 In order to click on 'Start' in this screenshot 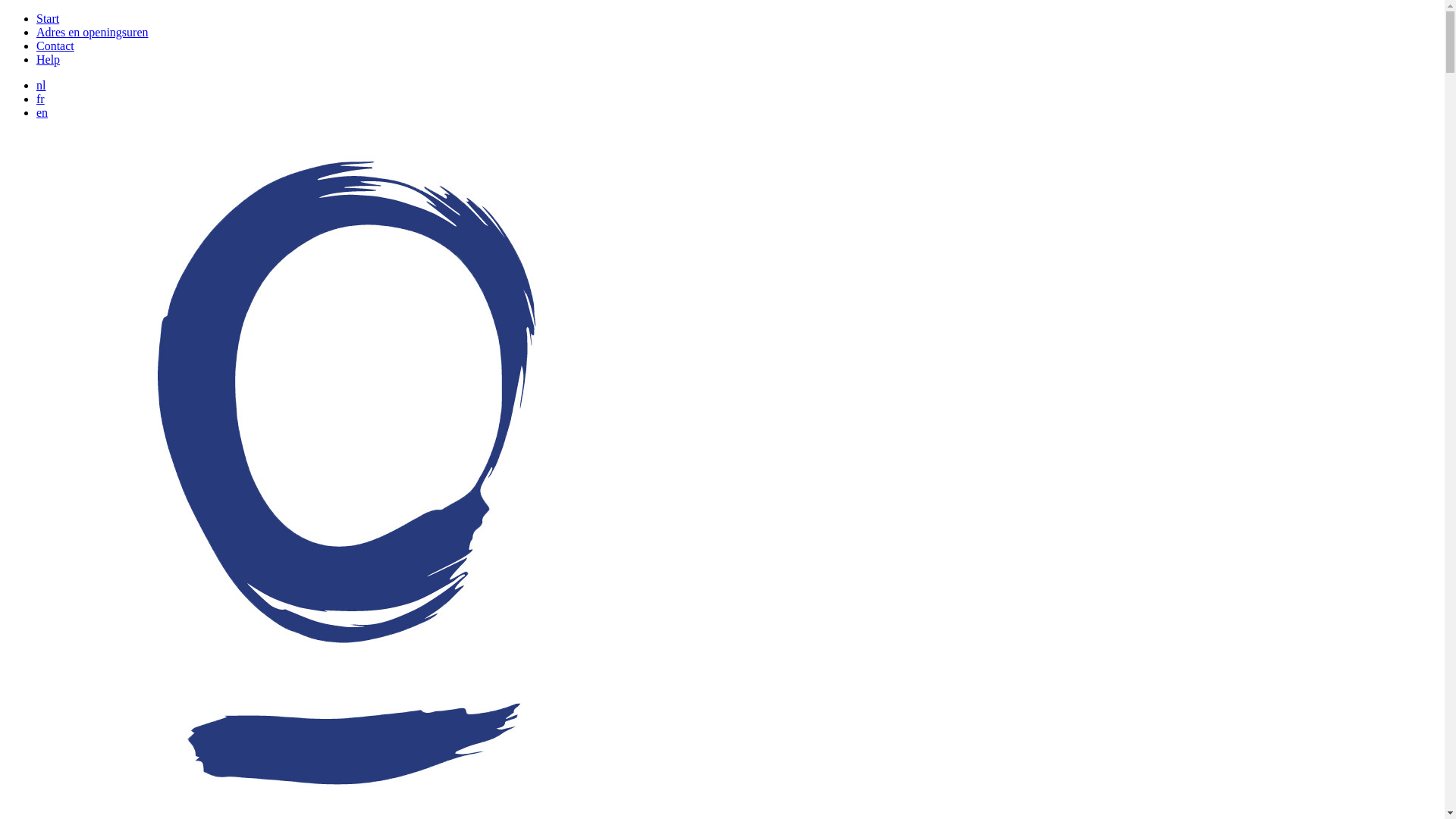, I will do `click(36, 18)`.